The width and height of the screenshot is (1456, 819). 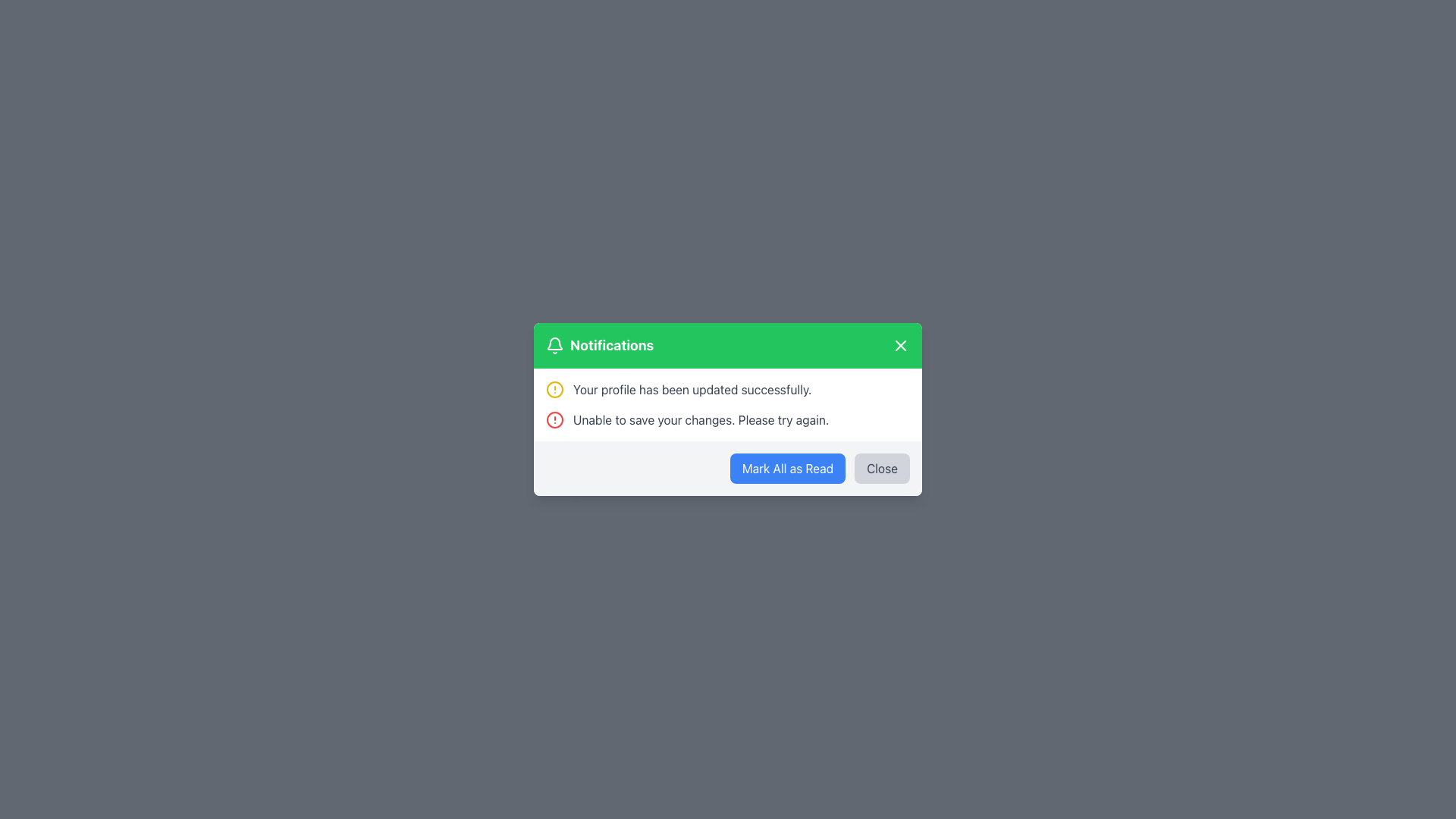 I want to click on the circular alert icon with a yellow border and an exclamation mark inside, which is located on the left side of the notification message indicating that the profile has been updated successfully, so click(x=554, y=388).